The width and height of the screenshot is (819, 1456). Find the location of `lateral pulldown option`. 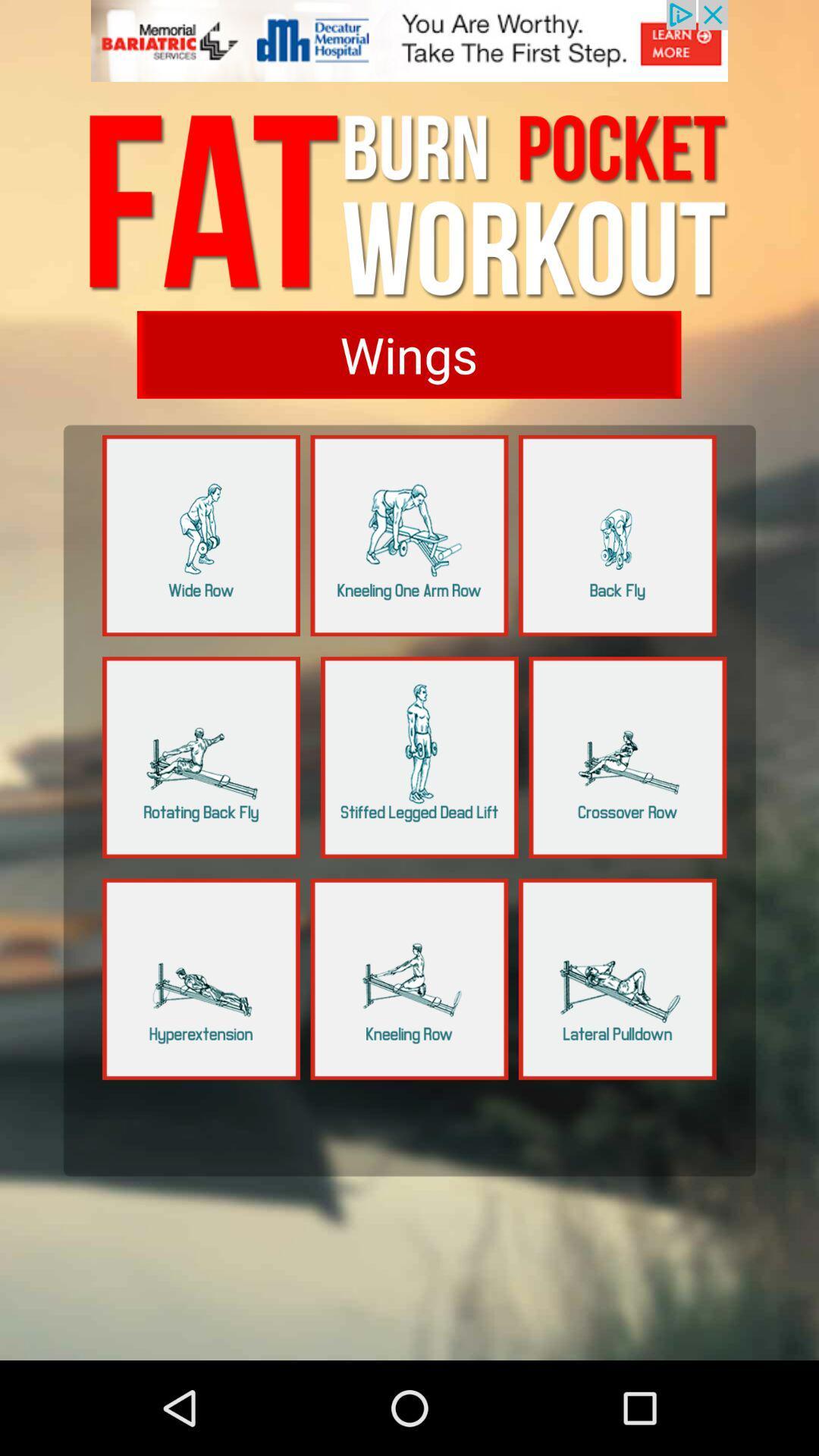

lateral pulldown option is located at coordinates (617, 979).